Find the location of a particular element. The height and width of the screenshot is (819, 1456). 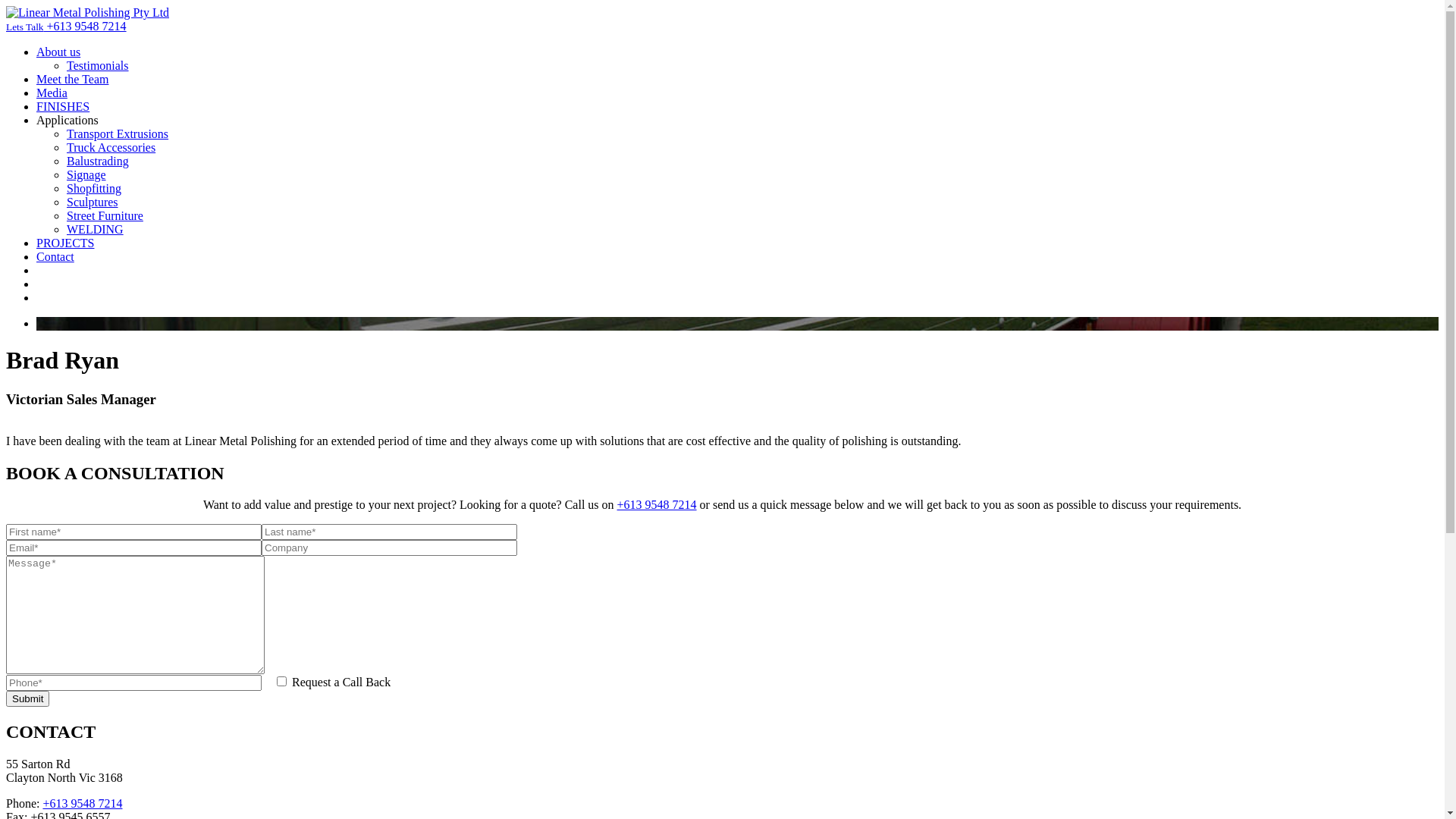

'Applications' is located at coordinates (67, 119).